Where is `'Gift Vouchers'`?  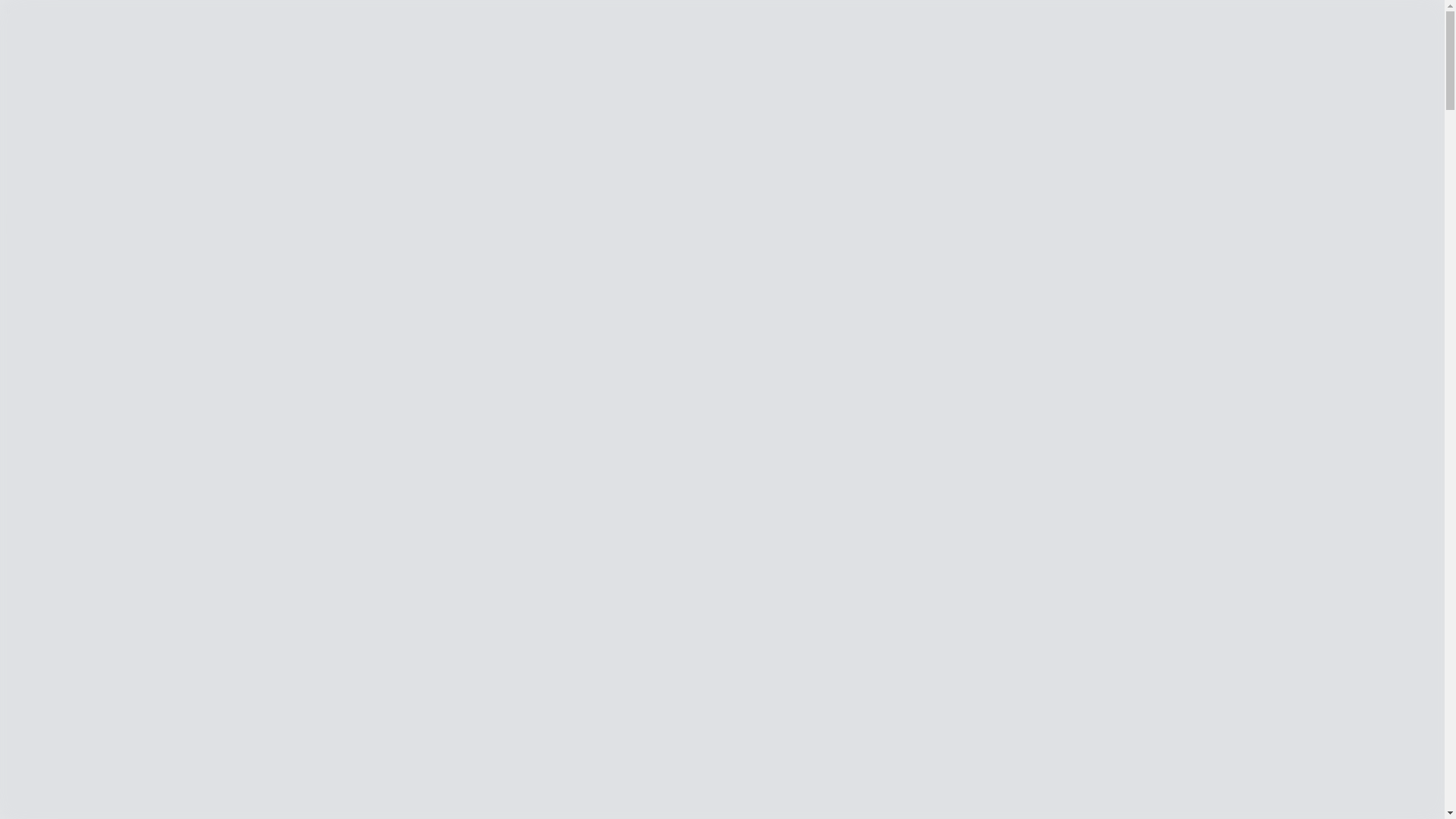
'Gift Vouchers' is located at coordinates (99, 493).